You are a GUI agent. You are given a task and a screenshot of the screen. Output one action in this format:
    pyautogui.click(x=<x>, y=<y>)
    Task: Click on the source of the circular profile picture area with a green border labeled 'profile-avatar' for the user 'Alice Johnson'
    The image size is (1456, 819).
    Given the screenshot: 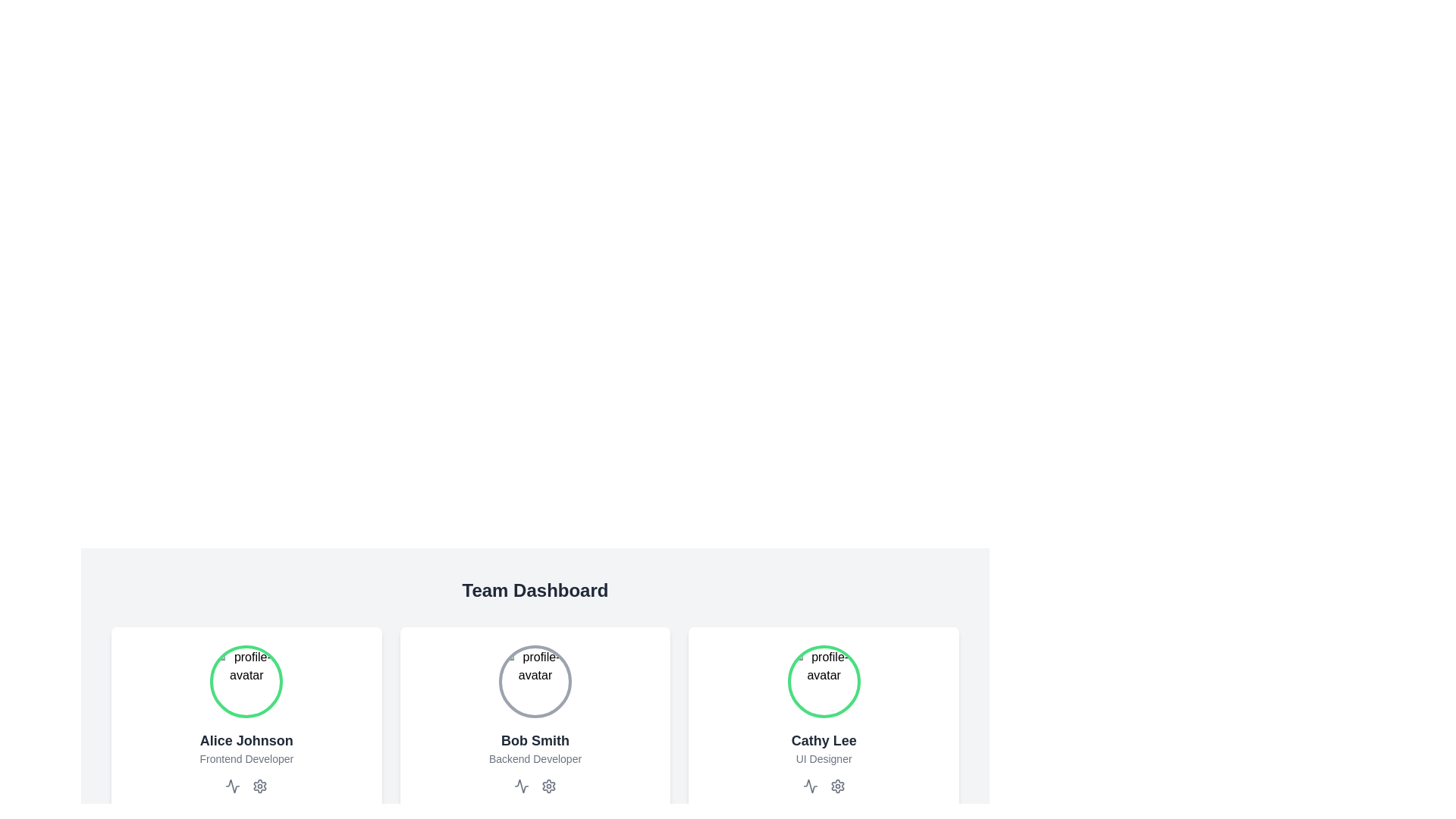 What is the action you would take?
    pyautogui.click(x=246, y=680)
    